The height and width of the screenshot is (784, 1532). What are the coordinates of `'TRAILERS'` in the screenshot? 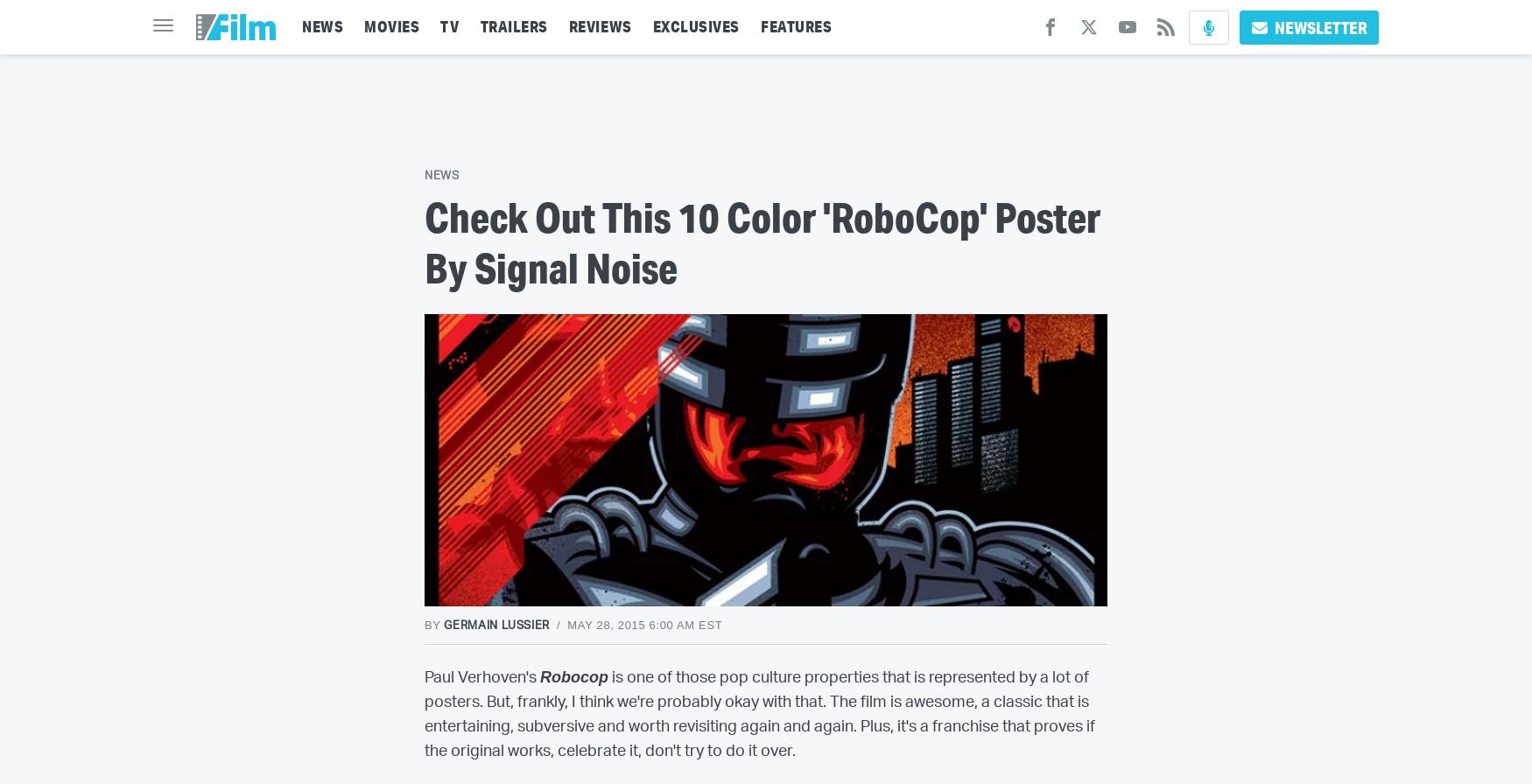 It's located at (478, 26).